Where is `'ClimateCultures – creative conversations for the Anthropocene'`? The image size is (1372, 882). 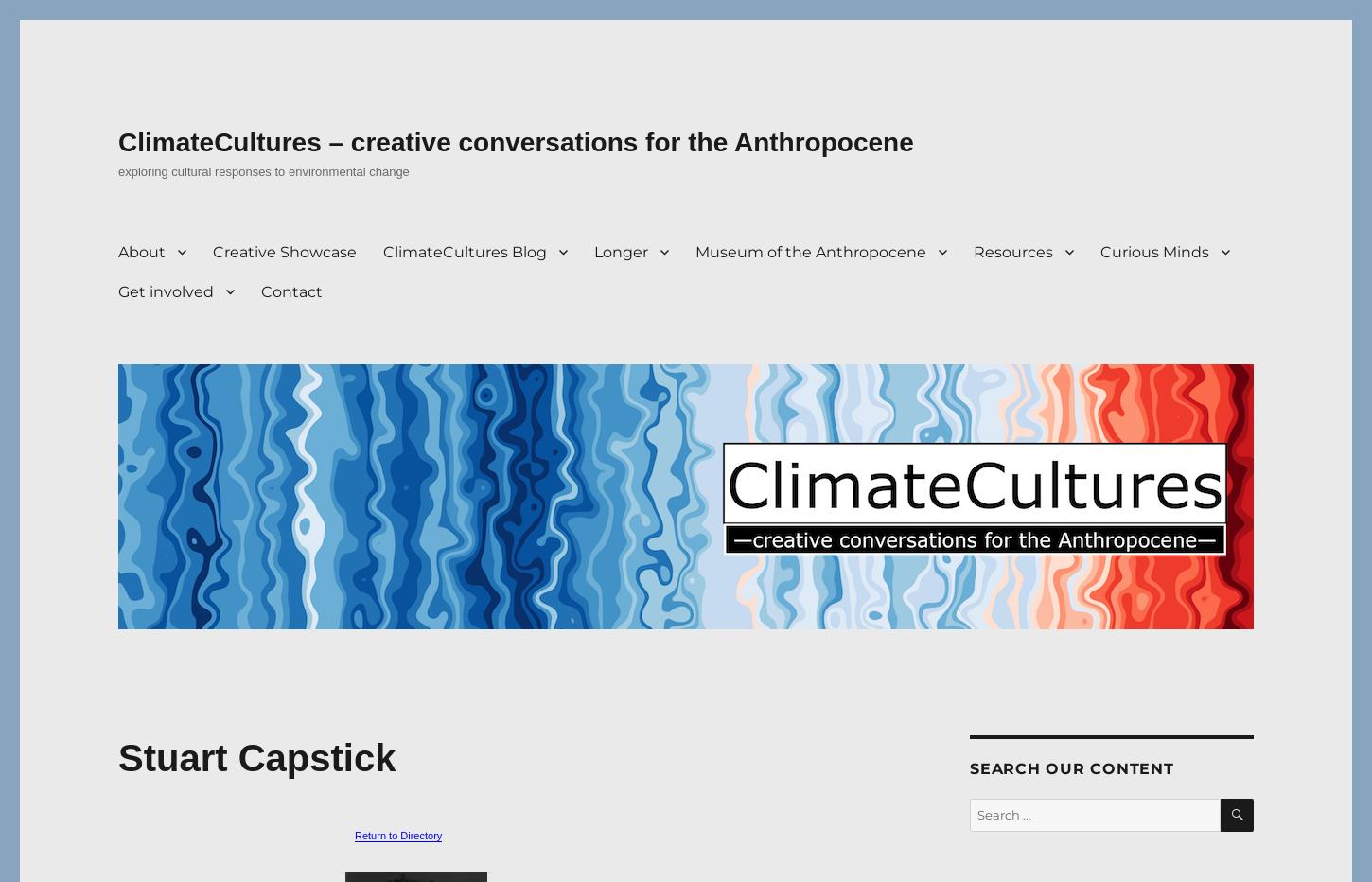
'ClimateCultures – creative conversations for the Anthropocene' is located at coordinates (516, 141).